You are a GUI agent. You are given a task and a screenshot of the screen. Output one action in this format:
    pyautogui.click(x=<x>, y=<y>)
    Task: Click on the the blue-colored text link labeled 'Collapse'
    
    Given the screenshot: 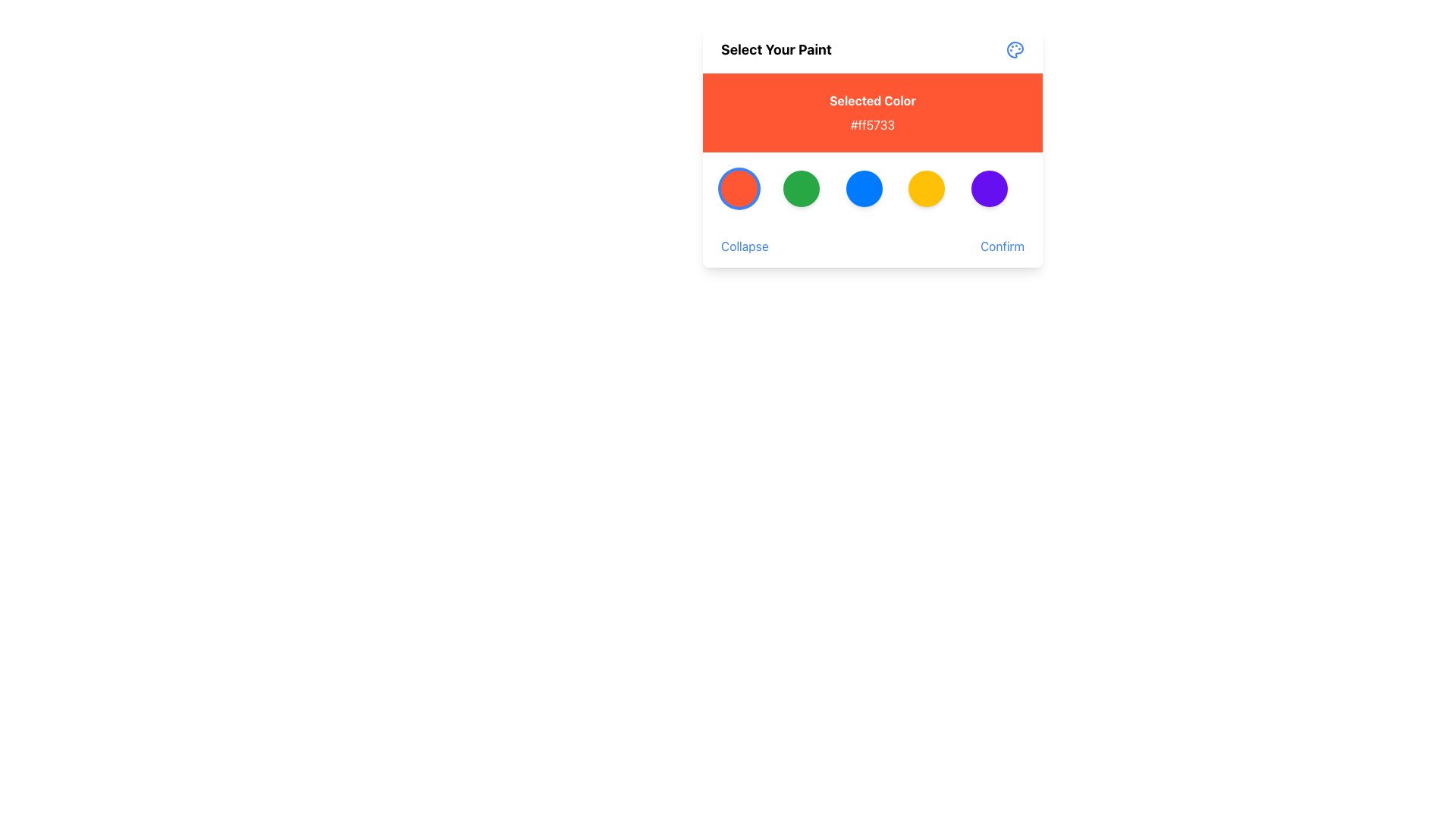 What is the action you would take?
    pyautogui.click(x=745, y=245)
    